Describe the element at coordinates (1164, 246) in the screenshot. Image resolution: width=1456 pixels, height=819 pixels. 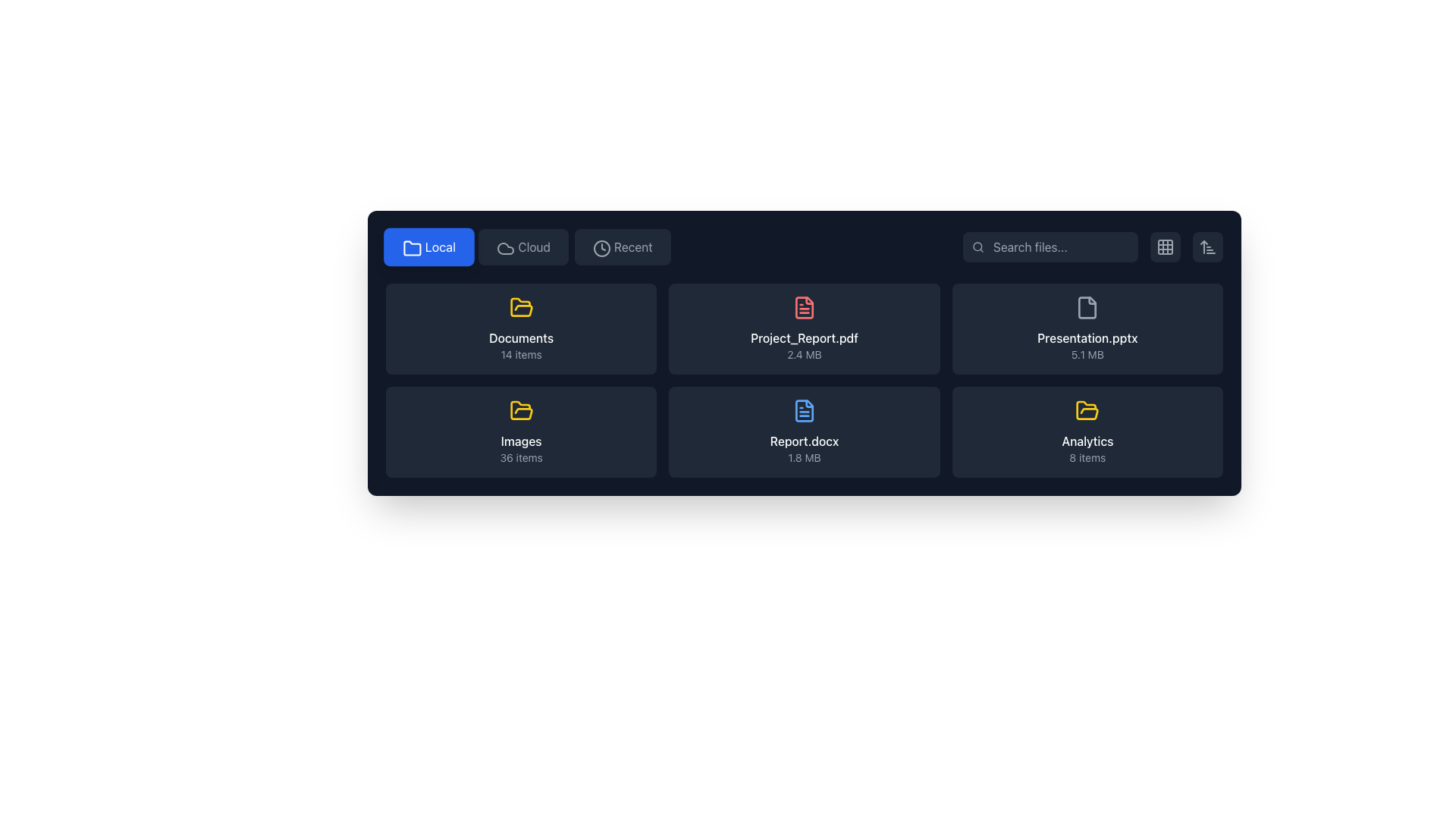
I see `the grid icon button with a dark gray background` at that location.